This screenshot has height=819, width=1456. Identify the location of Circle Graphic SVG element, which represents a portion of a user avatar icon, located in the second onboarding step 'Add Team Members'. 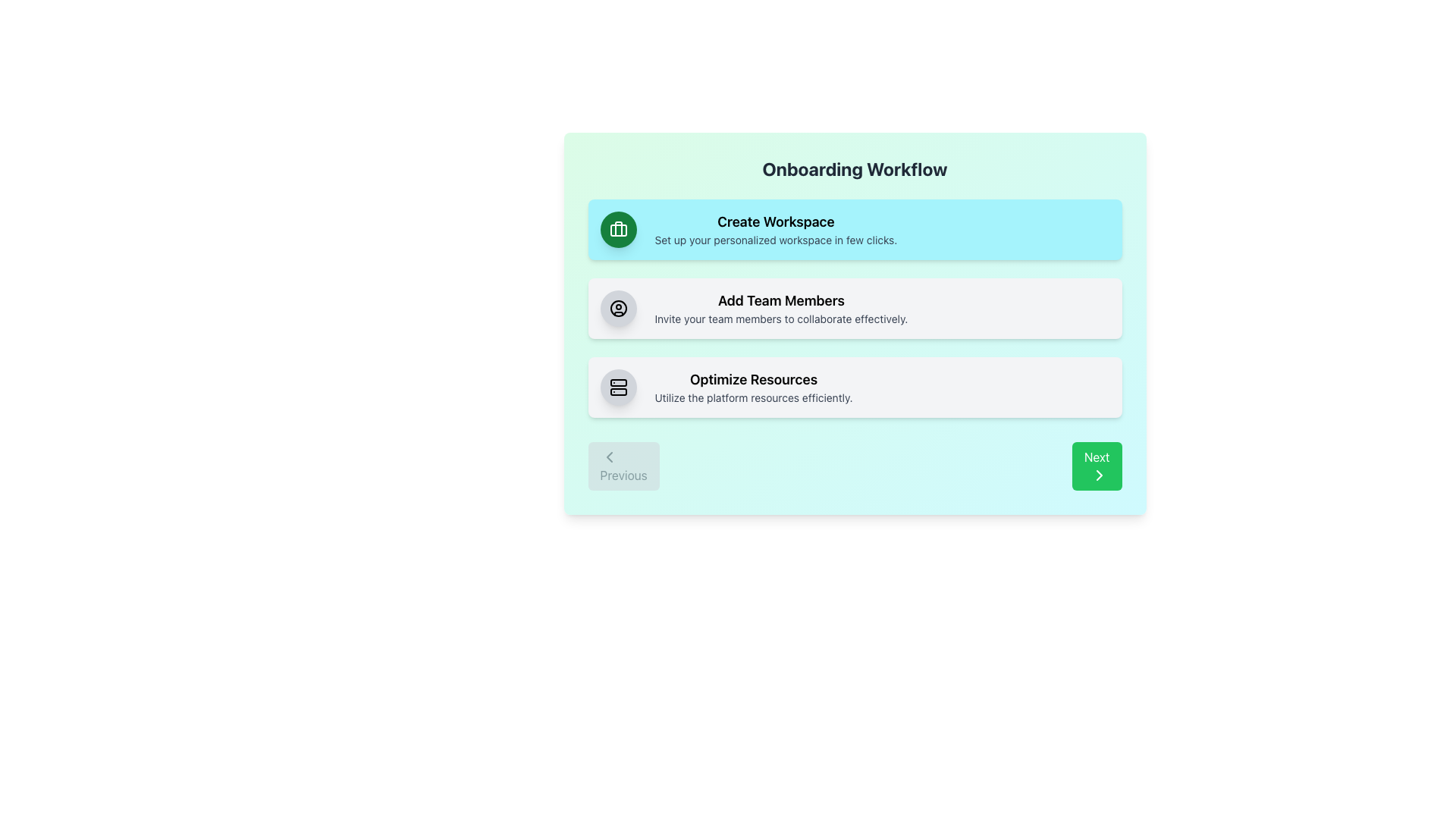
(618, 308).